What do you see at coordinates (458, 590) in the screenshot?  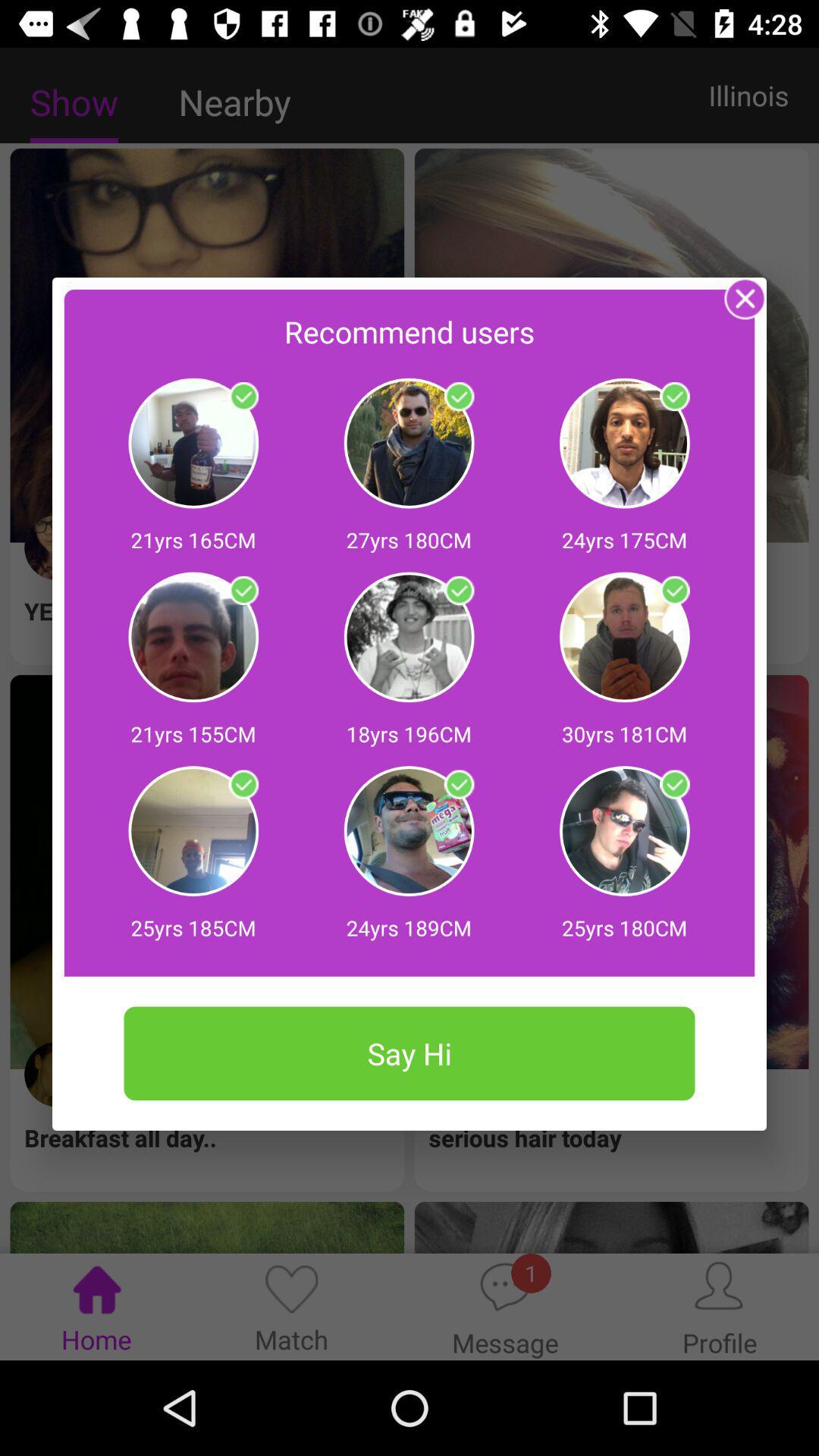 I see `button` at bounding box center [458, 590].